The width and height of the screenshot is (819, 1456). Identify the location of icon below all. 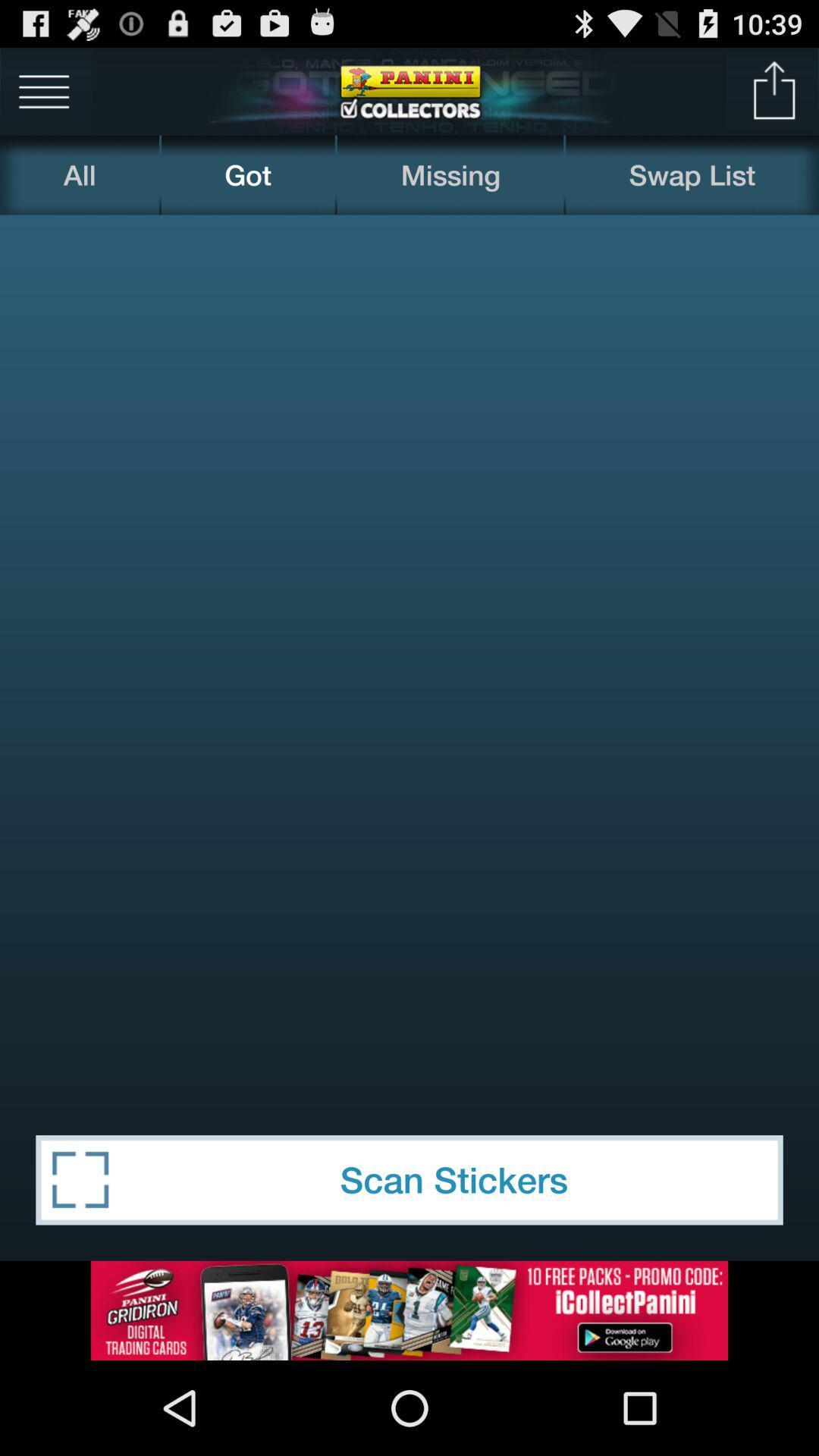
(409, 657).